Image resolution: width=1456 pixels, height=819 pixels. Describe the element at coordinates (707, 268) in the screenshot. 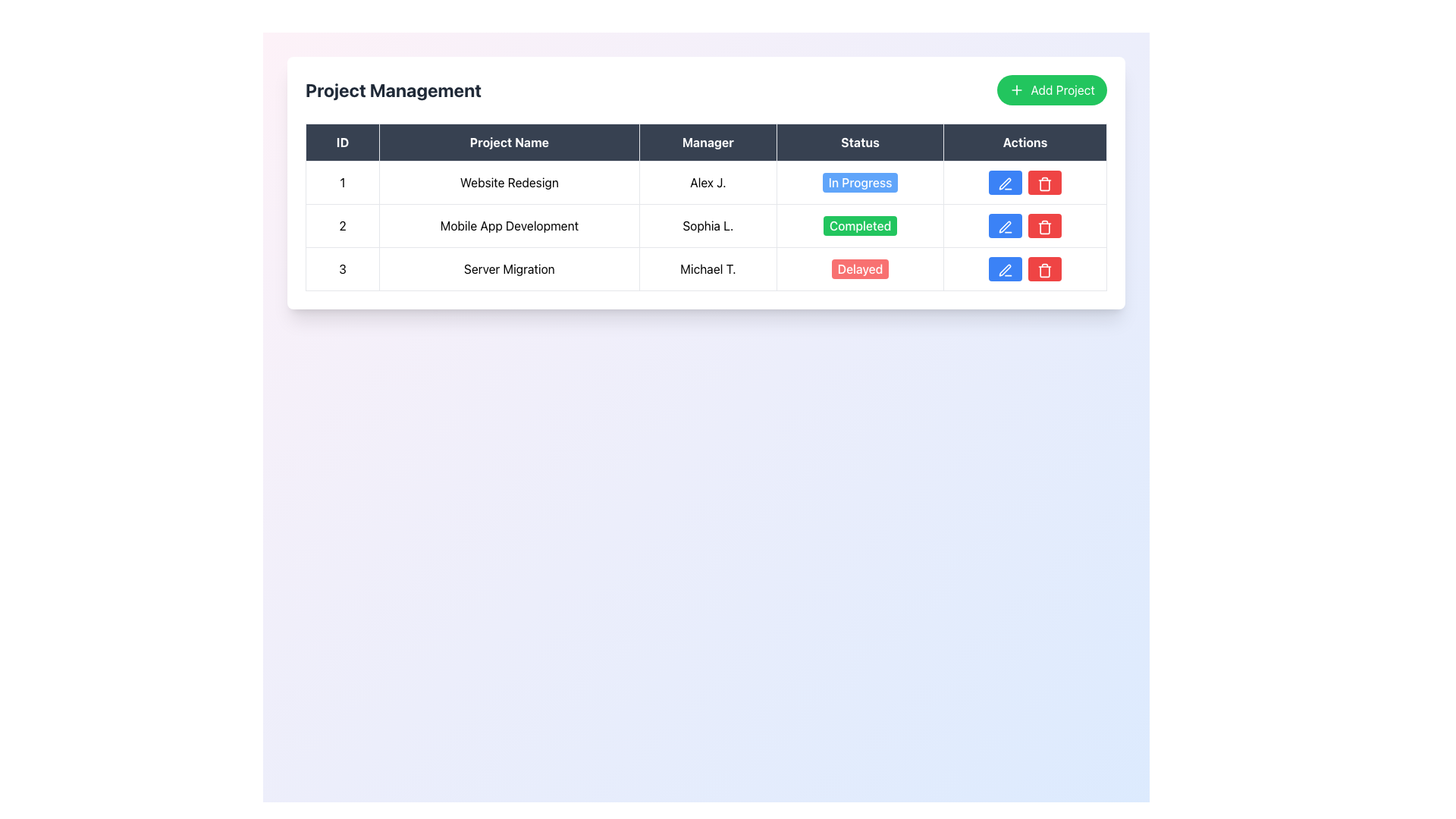

I see `the text label displaying the manager name 'Michael T.' in the project management table to trigger a tooltip or highlight effect` at that location.